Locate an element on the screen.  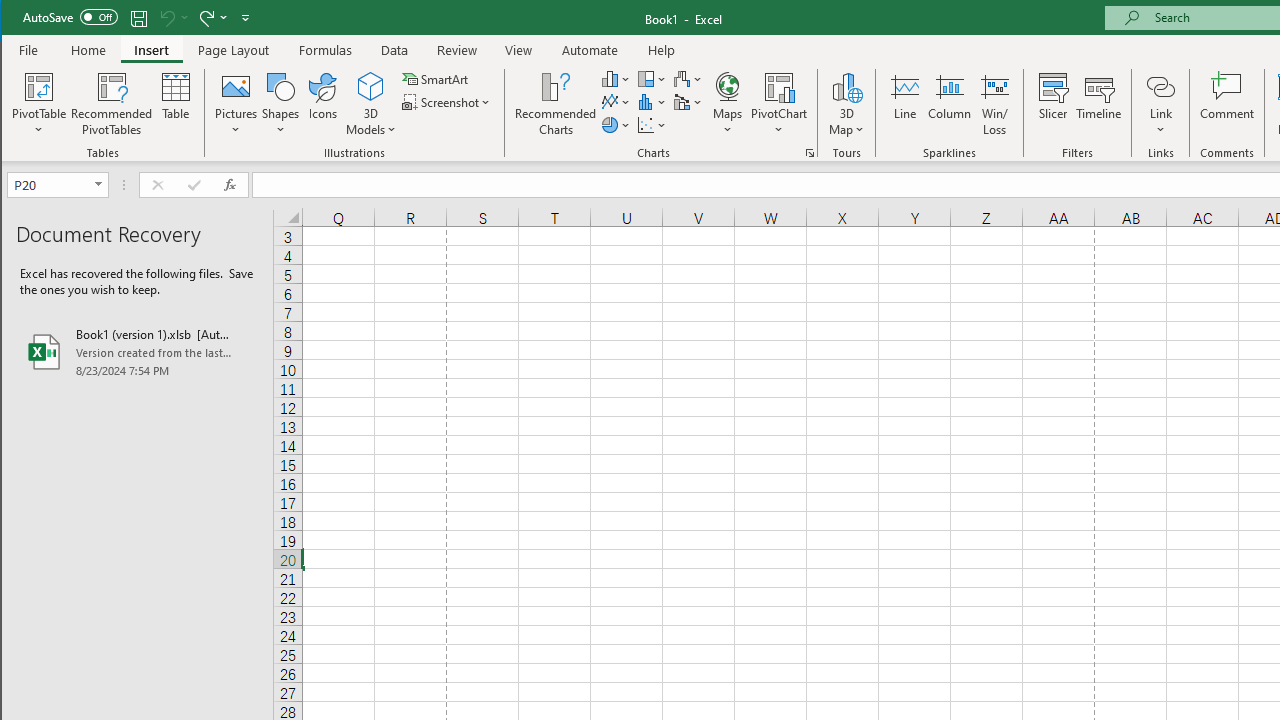
'Maps' is located at coordinates (726, 104).